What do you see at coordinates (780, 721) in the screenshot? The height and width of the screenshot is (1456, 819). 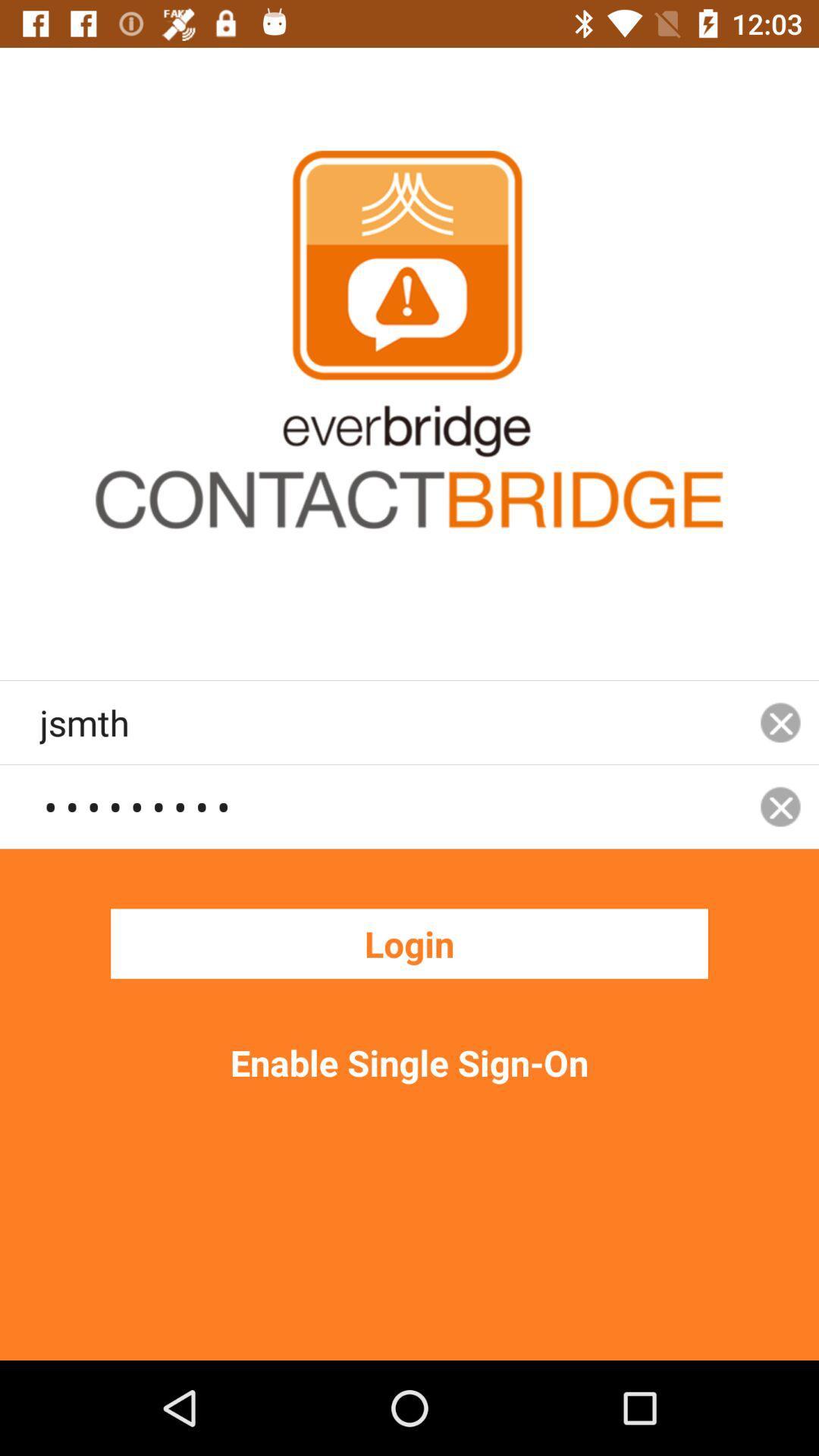 I see `icon next to the jsmth item` at bounding box center [780, 721].